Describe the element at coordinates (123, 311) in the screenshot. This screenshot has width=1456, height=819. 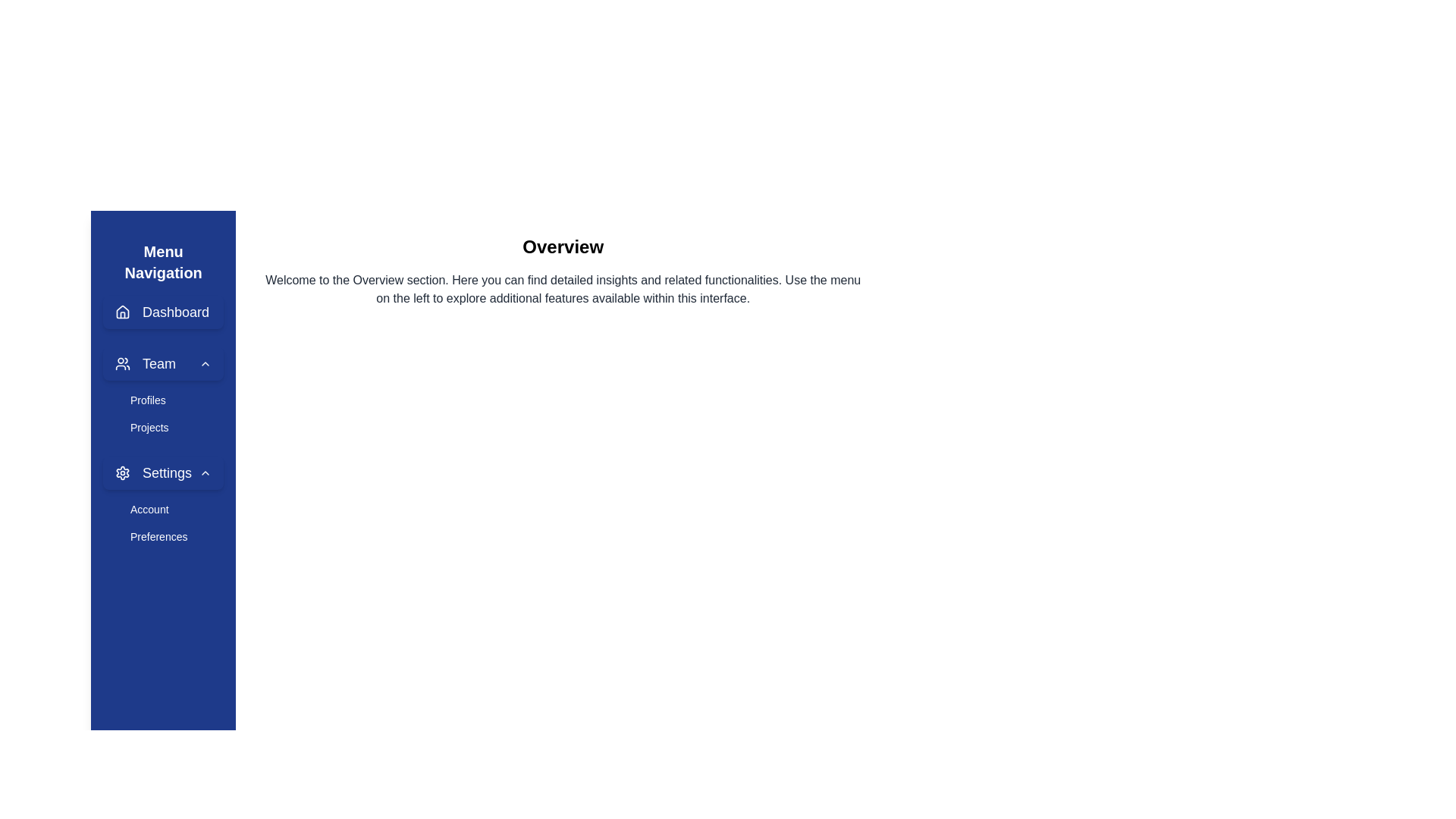
I see `the larger central portion of the house-shaped icon representing navigation to the home or dashboard section, located above the text 'Dashboard'` at that location.